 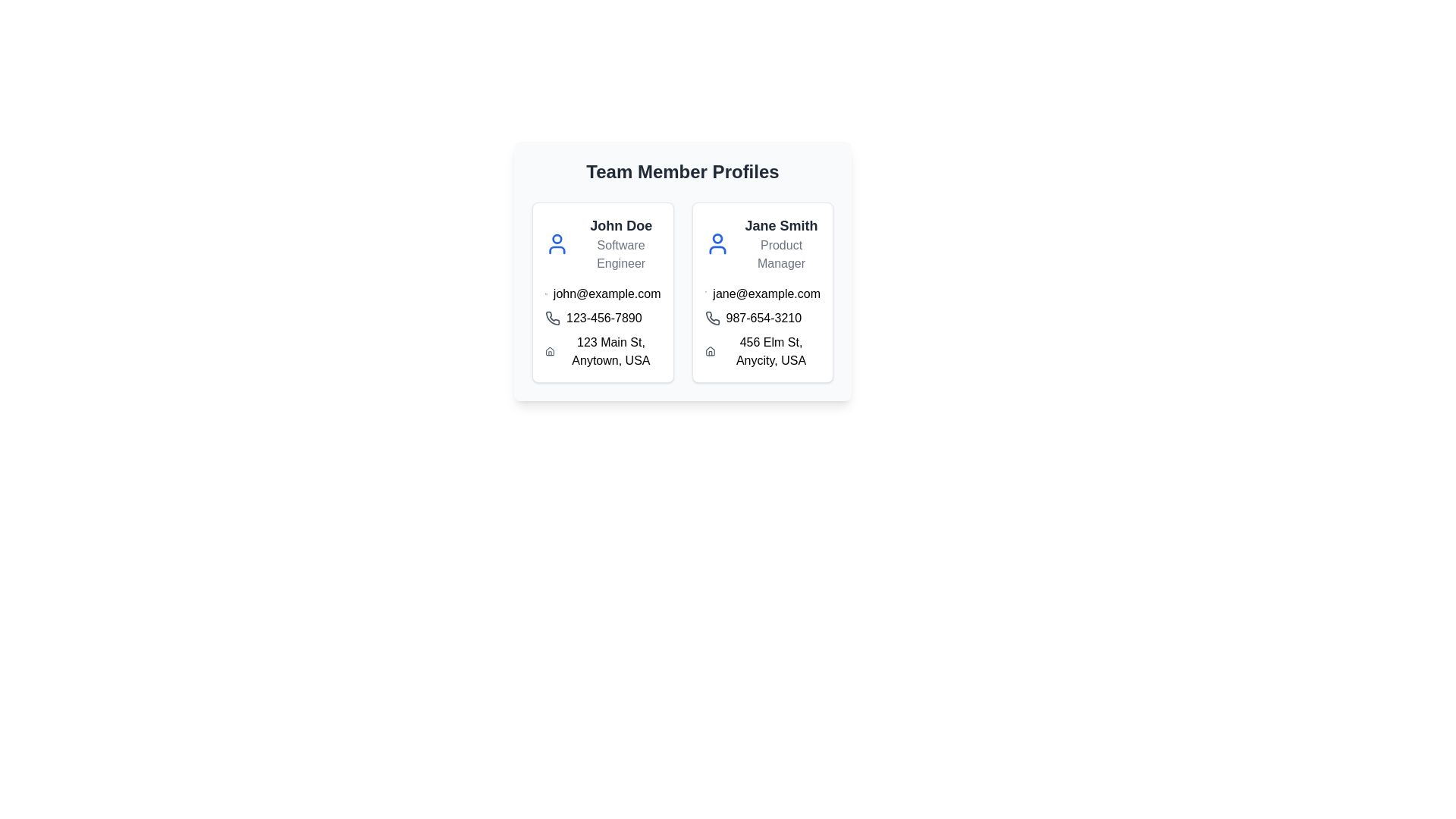 What do you see at coordinates (556, 243) in the screenshot?
I see `the blue user profile icon, which is a rounded figure of a head and shoulders located to the left of the name 'John Doe' and the title 'Software Engineer'` at bounding box center [556, 243].